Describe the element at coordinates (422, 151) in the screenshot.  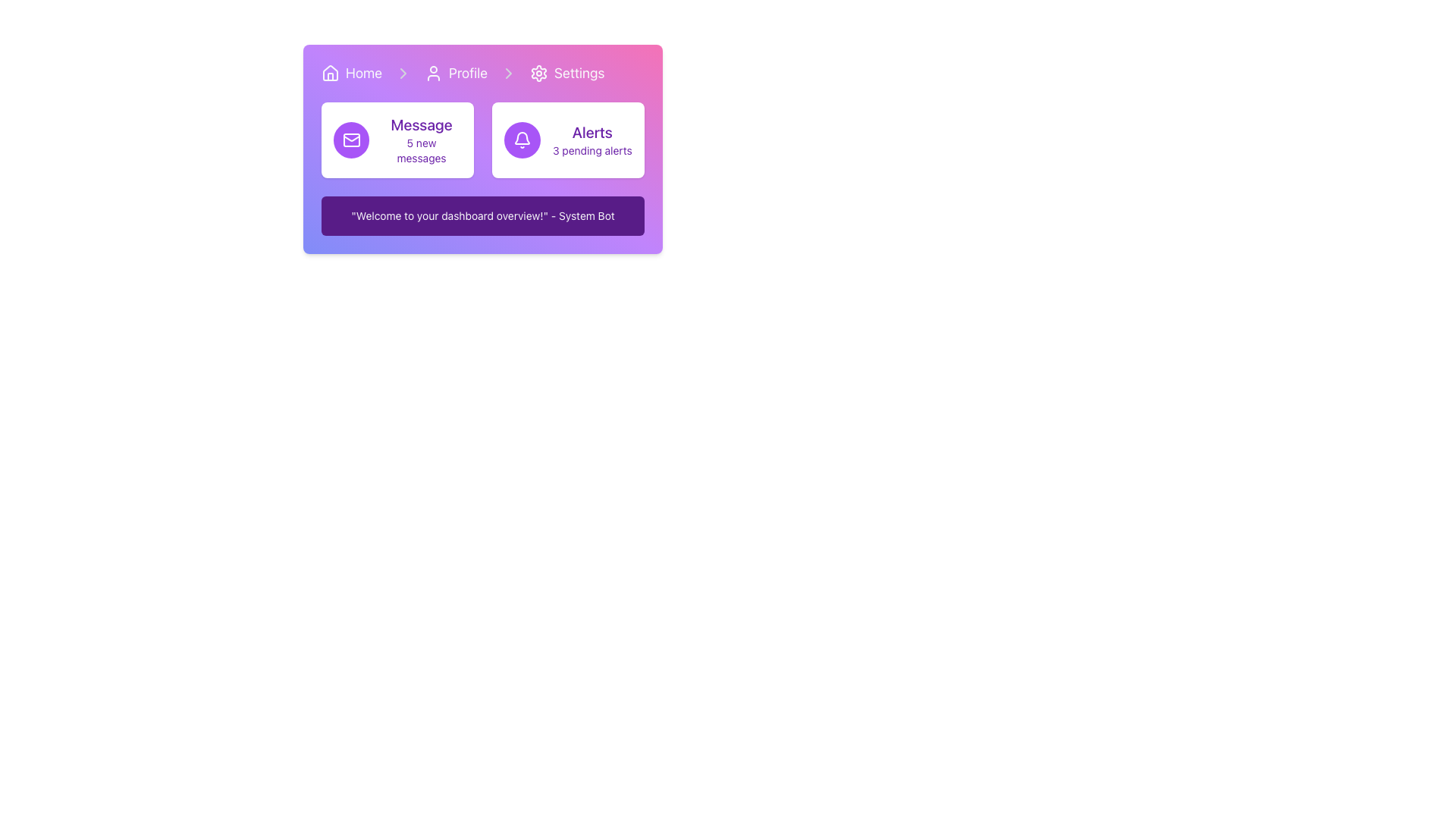
I see `the text label displaying '5 new messages', which is centrally aligned beneath the bolded 'Message' heading in a muted purple color` at that location.